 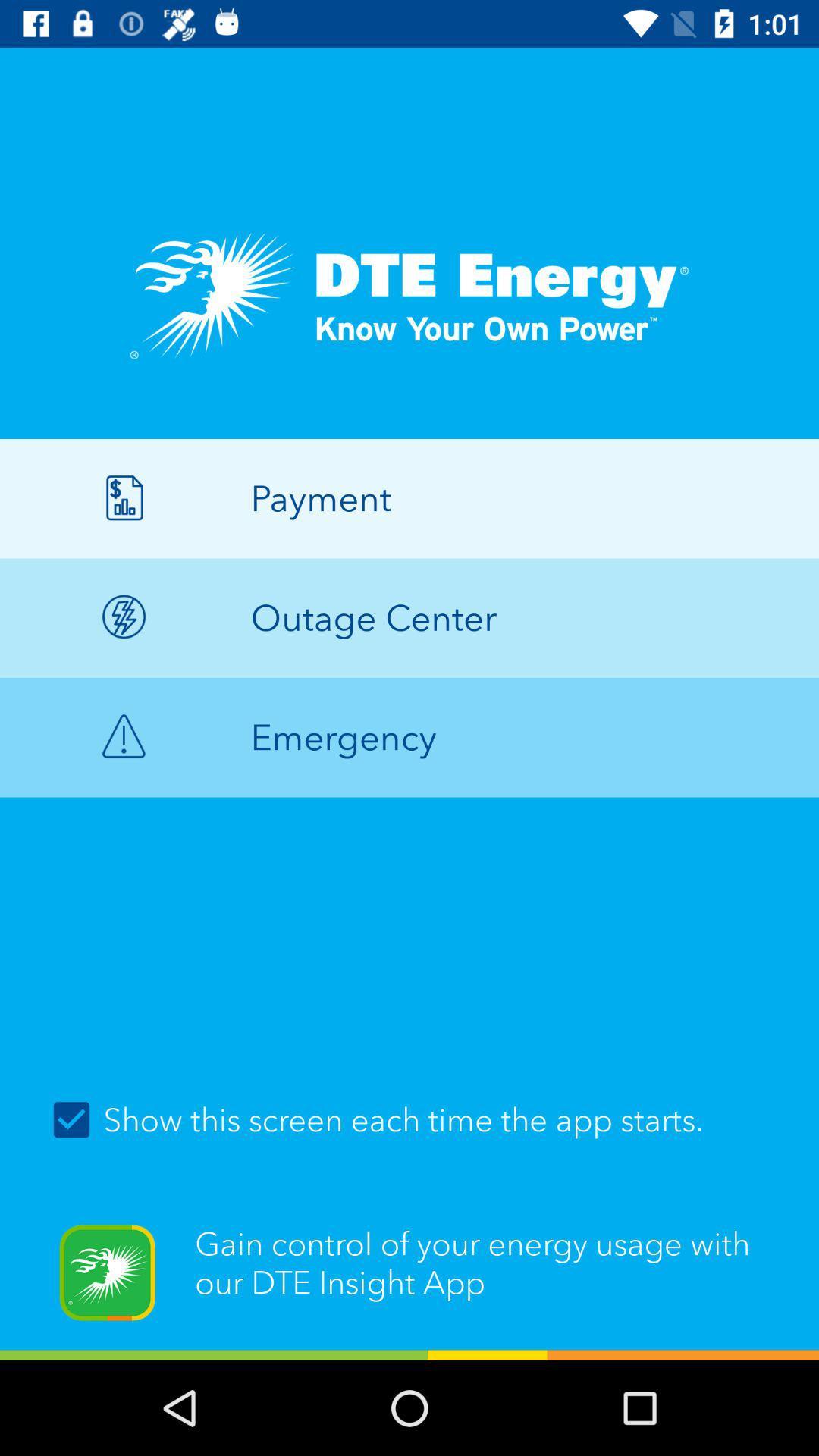 I want to click on the gain control of item, so click(x=409, y=1282).